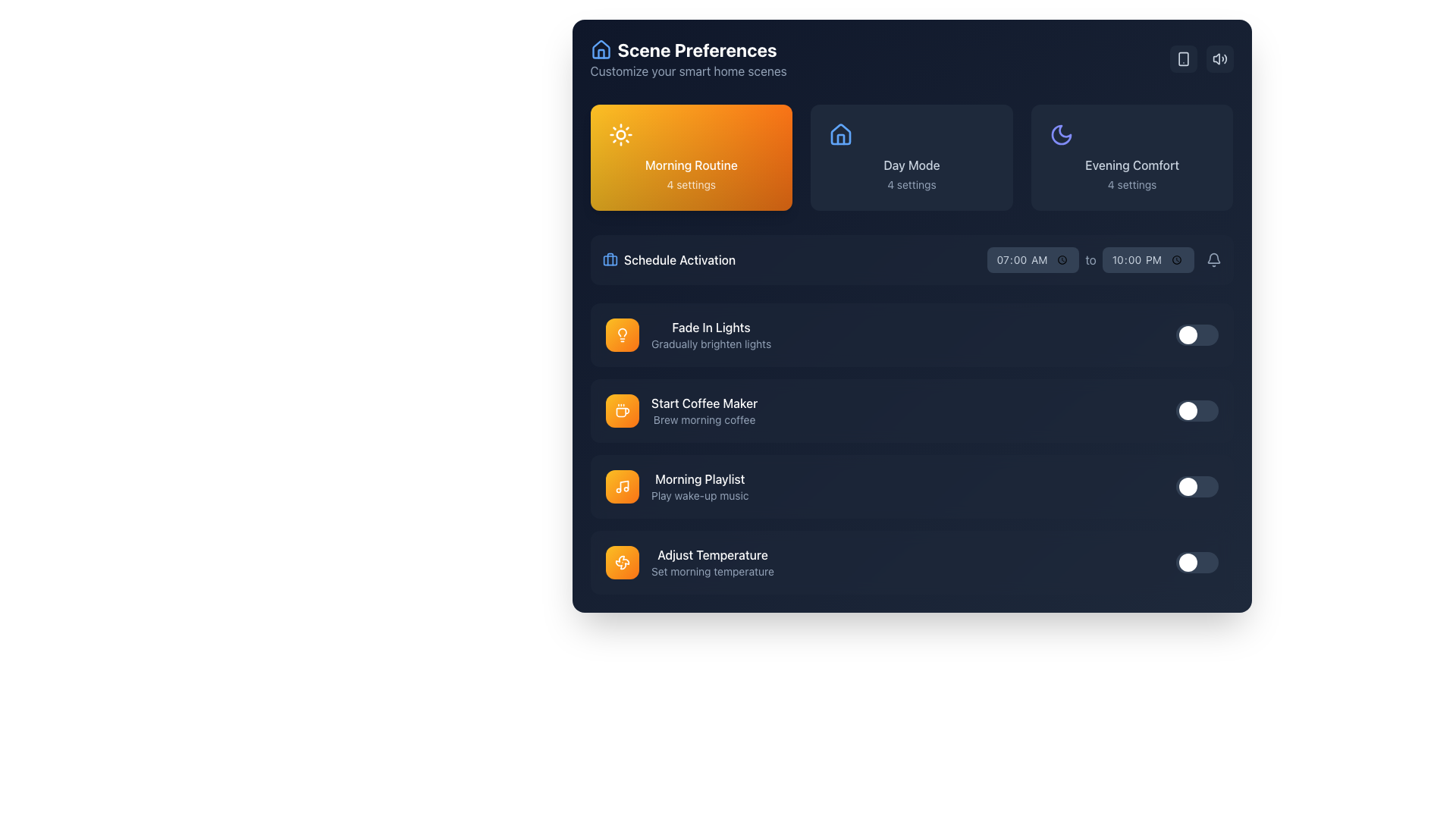 The image size is (1456, 819). I want to click on the header and subtitle Text block for the 'Scene Preferences' section, which provides context for customizing smart home scenes, so click(688, 58).